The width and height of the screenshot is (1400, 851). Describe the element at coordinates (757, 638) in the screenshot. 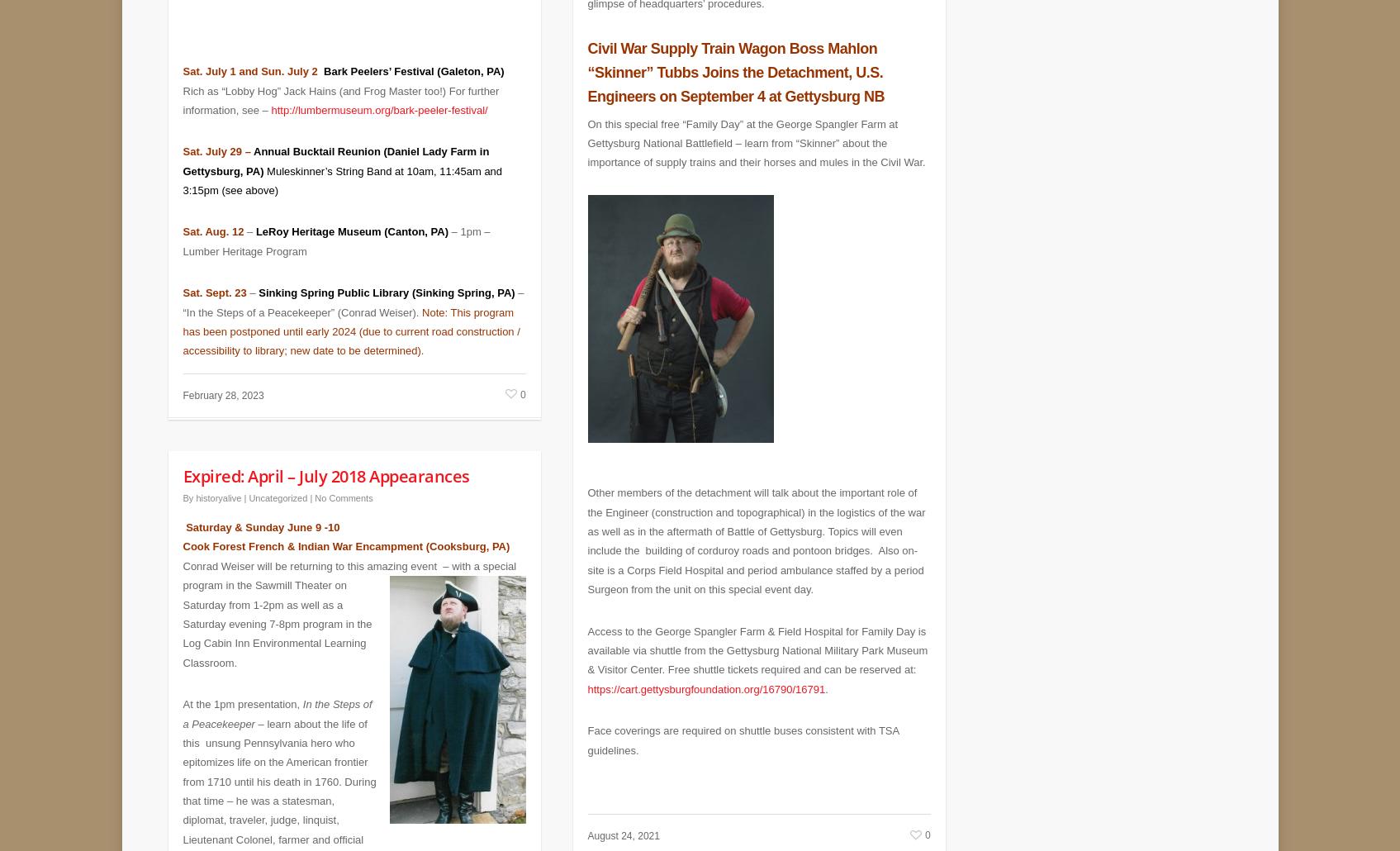

I see `'Access to the George Spangler Farm & Field Hospital for Family Day is available via shuttle from the Gettysburg National Military Park Museum & Visitor Center. Free shuttle tickets required and can be reserved at:'` at that location.